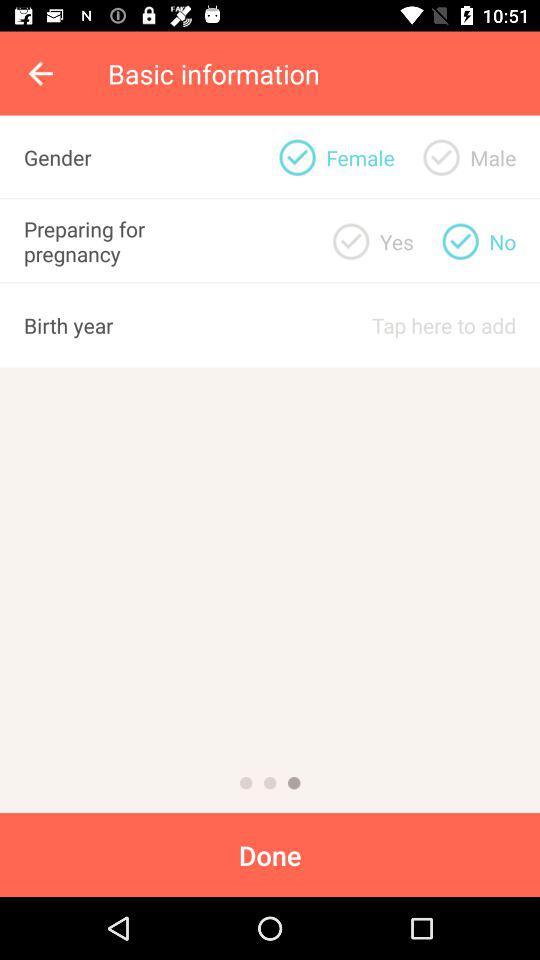 The height and width of the screenshot is (960, 540). Describe the element at coordinates (246, 783) in the screenshot. I see `next photo` at that location.